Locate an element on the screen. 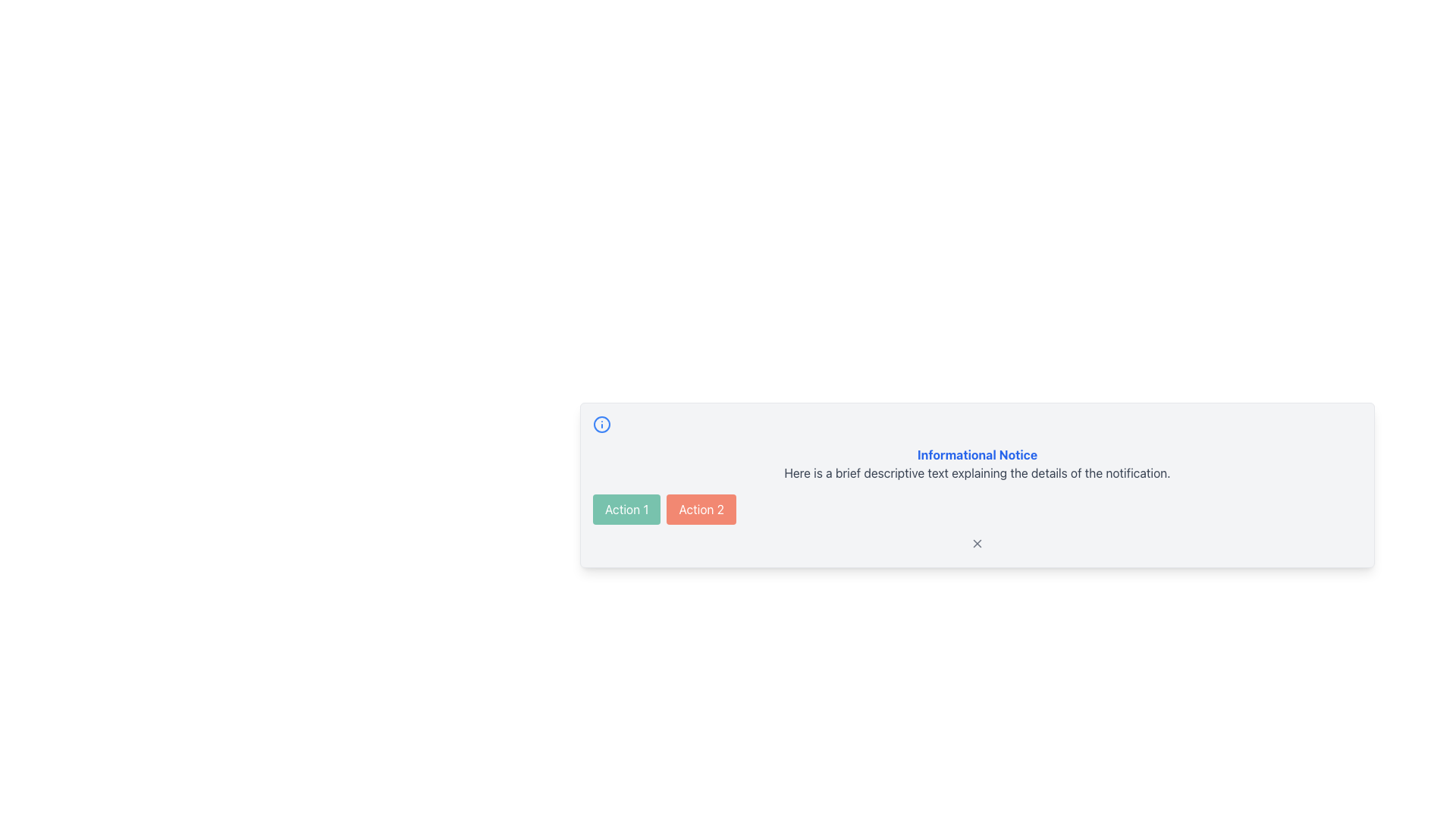  the 'Informational Notice' text header, which is styled in bold blue font and is located above the descriptive text is located at coordinates (977, 454).